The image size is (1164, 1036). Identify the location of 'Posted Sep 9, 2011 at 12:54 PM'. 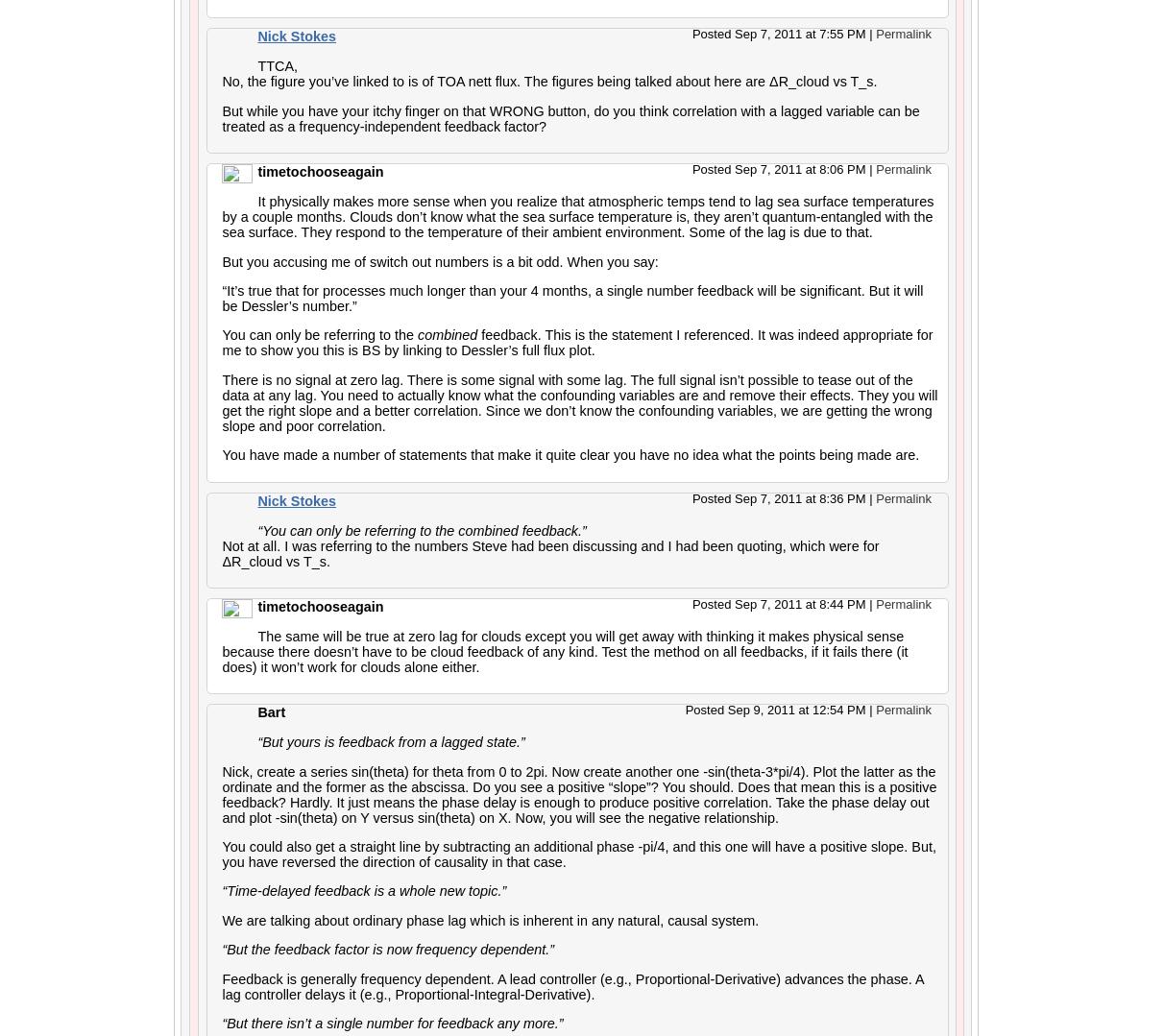
(776, 709).